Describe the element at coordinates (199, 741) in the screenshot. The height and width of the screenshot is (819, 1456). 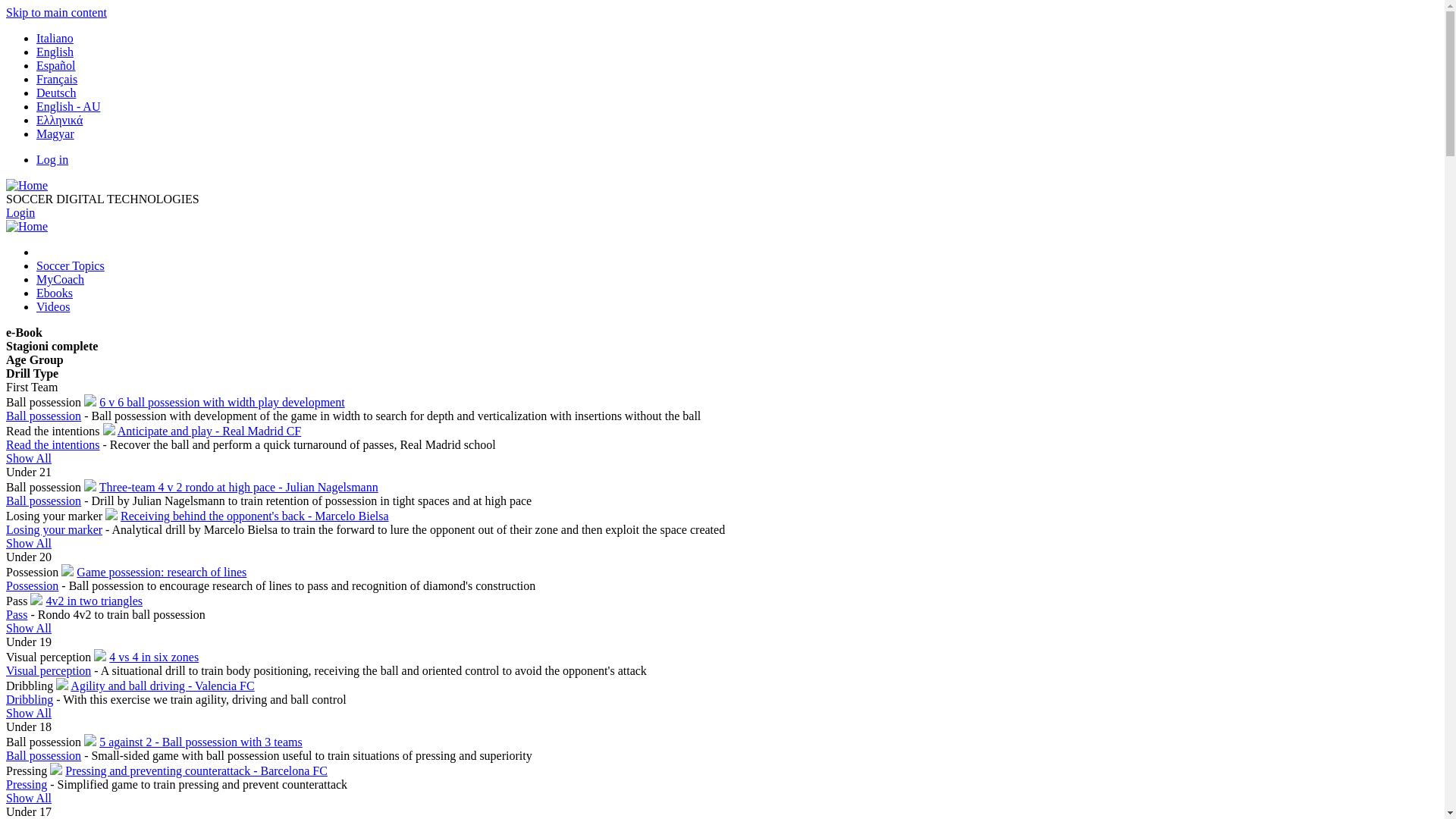
I see `'5 against 2 - Ball possession with 3 teams'` at that location.